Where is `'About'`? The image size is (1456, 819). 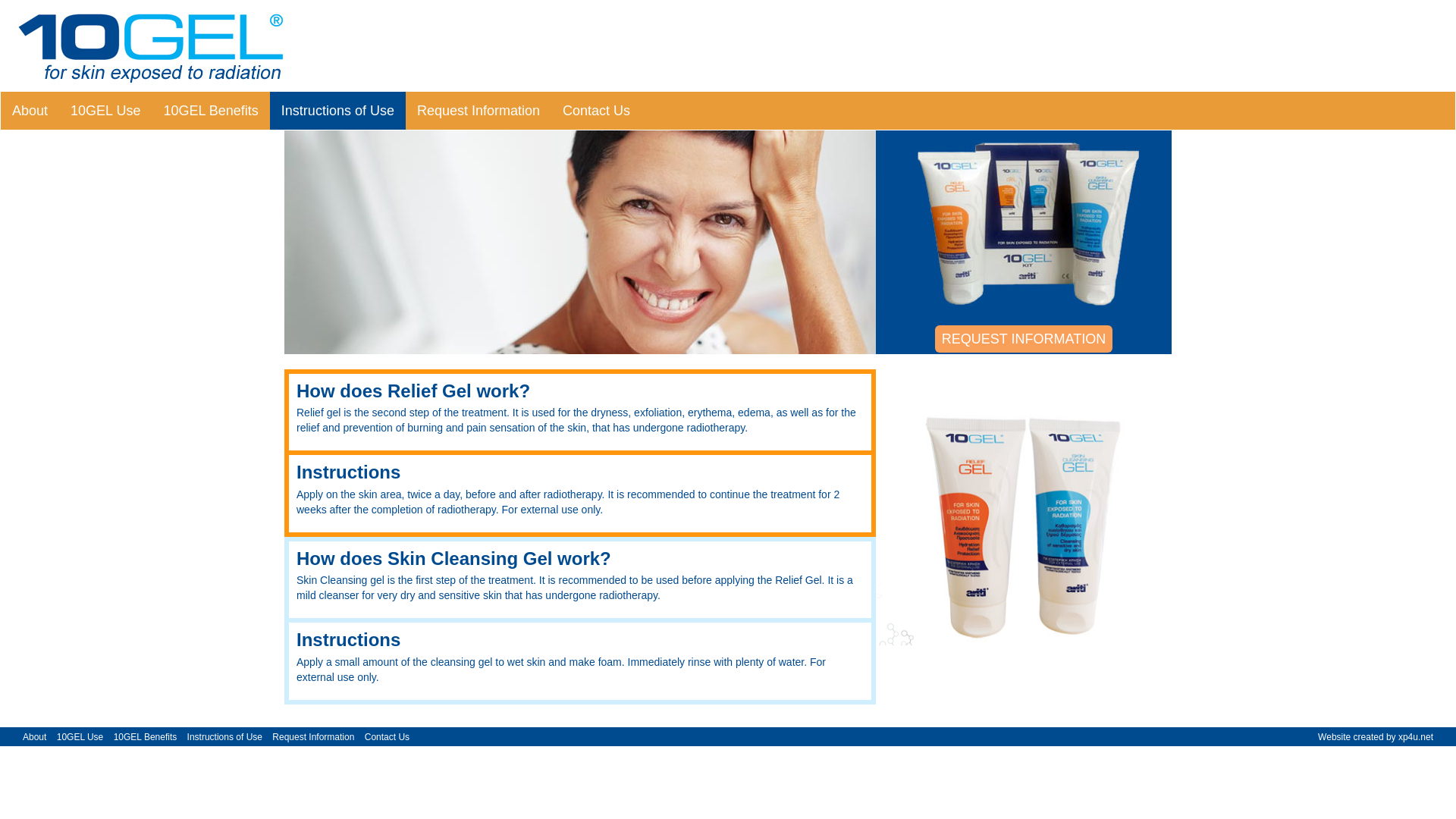 'About' is located at coordinates (30, 110).